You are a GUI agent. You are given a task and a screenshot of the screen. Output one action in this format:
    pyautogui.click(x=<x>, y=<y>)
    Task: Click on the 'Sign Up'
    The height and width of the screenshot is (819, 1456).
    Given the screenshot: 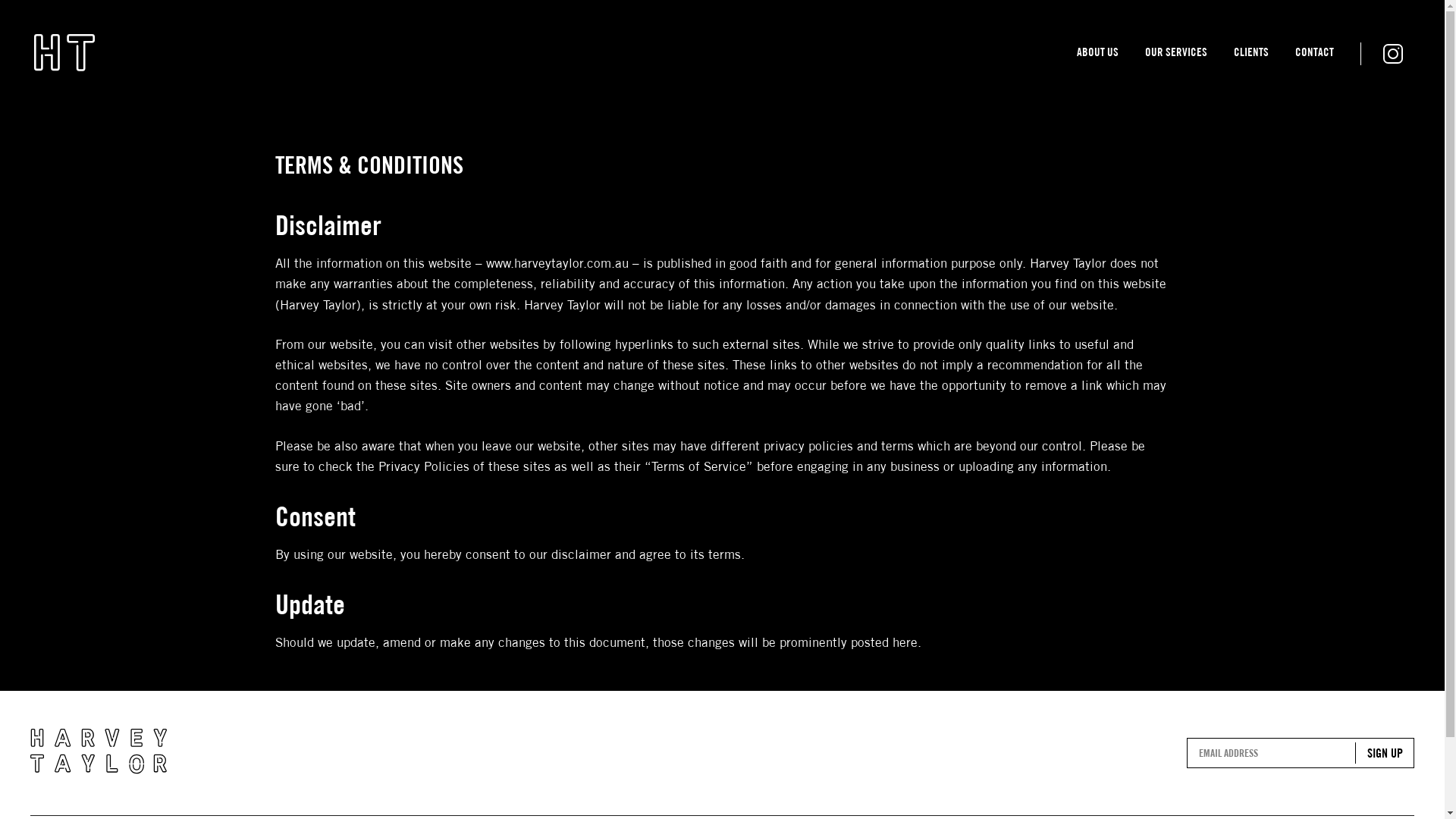 What is the action you would take?
    pyautogui.click(x=1384, y=752)
    